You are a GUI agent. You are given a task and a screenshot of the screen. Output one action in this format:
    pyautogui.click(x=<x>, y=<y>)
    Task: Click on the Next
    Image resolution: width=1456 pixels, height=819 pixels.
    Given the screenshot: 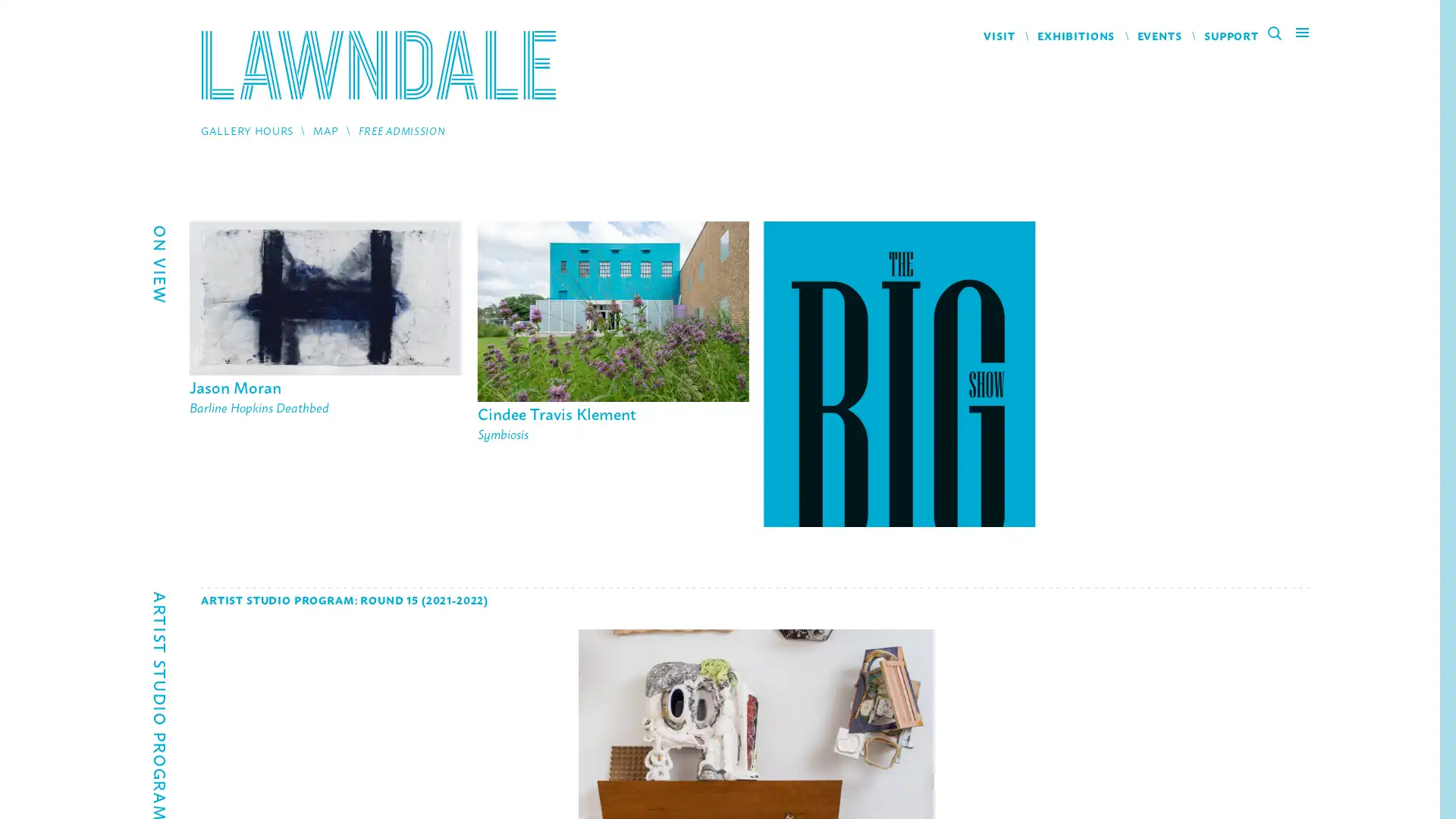 What is the action you would take?
    pyautogui.click(x=1314, y=663)
    